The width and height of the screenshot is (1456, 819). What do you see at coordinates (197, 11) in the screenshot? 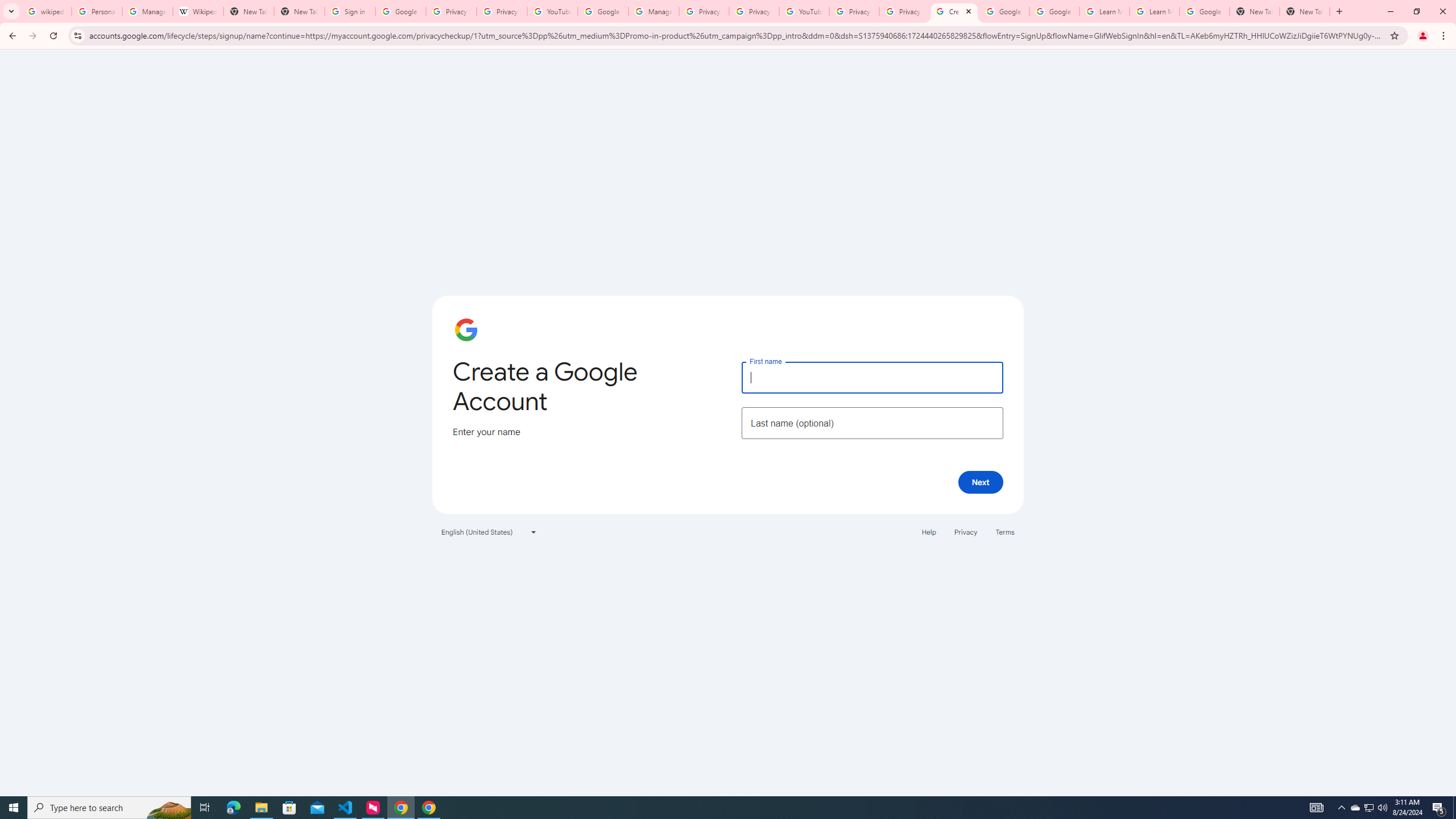
I see `'Wikipedia:Edit requests - Wikipedia'` at bounding box center [197, 11].